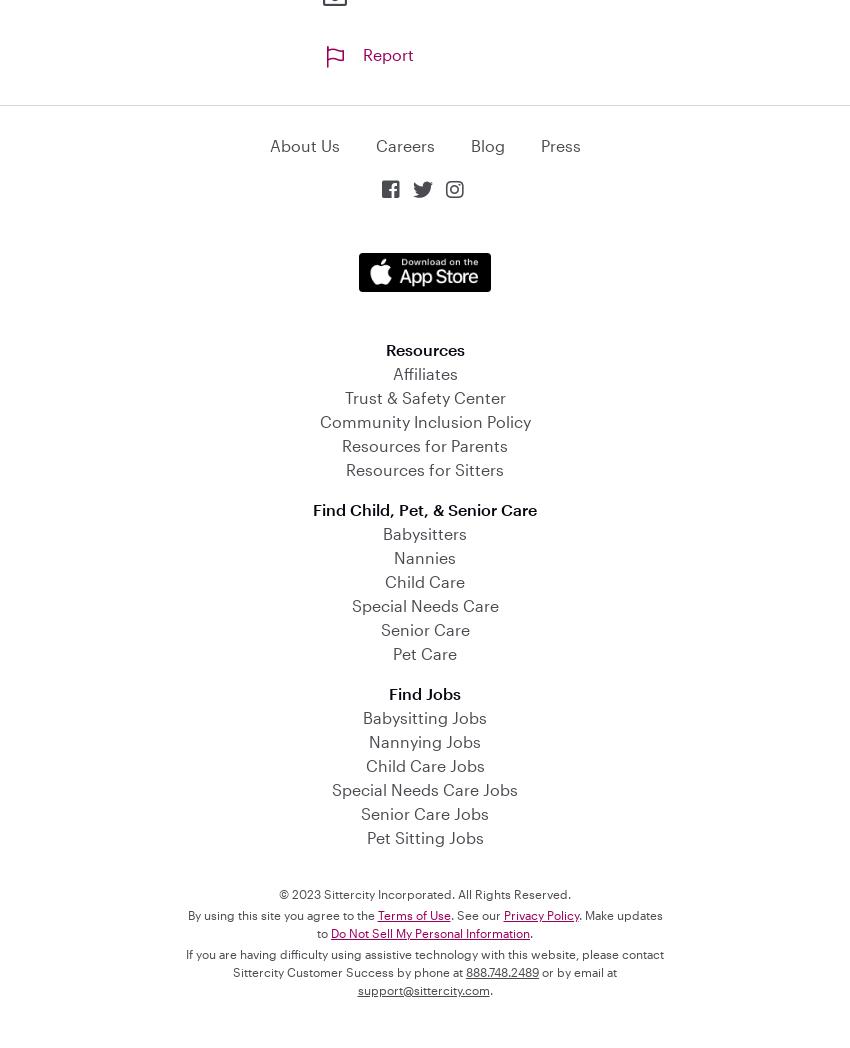 The image size is (850, 1048). What do you see at coordinates (476, 912) in the screenshot?
I see `'.
              See our'` at bounding box center [476, 912].